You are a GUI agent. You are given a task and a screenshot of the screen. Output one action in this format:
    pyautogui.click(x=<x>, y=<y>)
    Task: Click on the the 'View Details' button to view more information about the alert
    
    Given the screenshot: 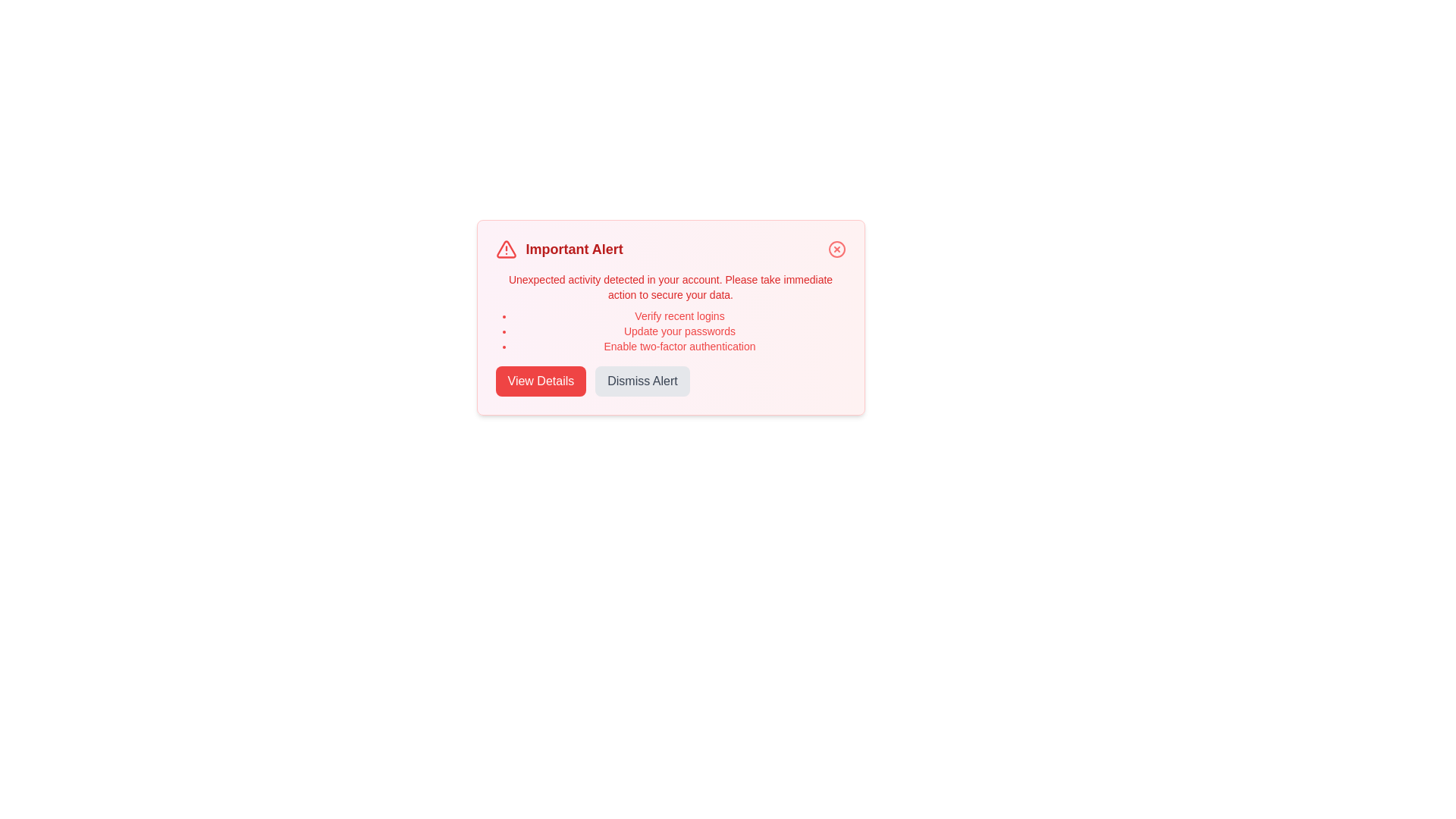 What is the action you would take?
    pyautogui.click(x=541, y=380)
    